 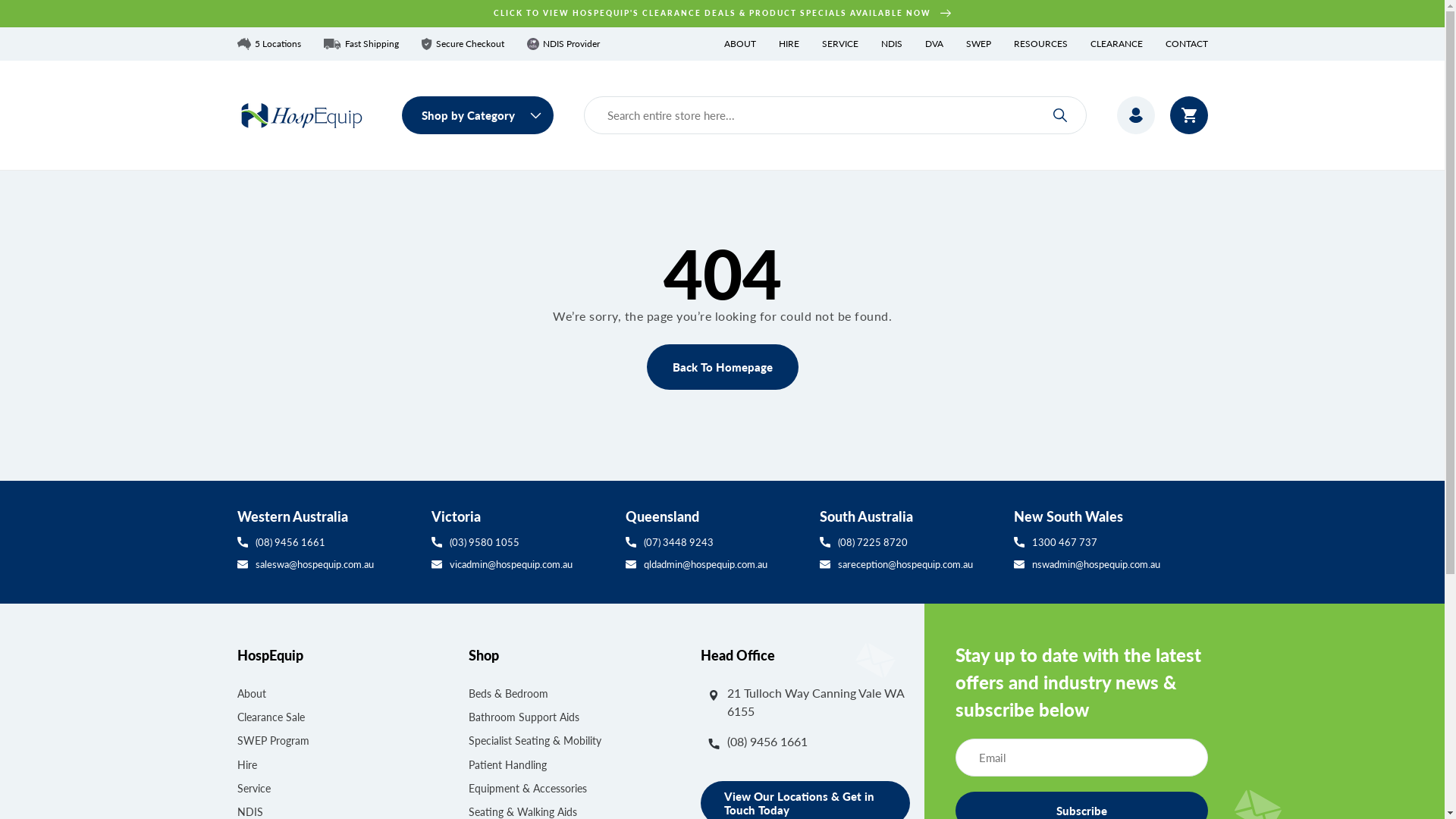 I want to click on 'SWEP Program', so click(x=236, y=739).